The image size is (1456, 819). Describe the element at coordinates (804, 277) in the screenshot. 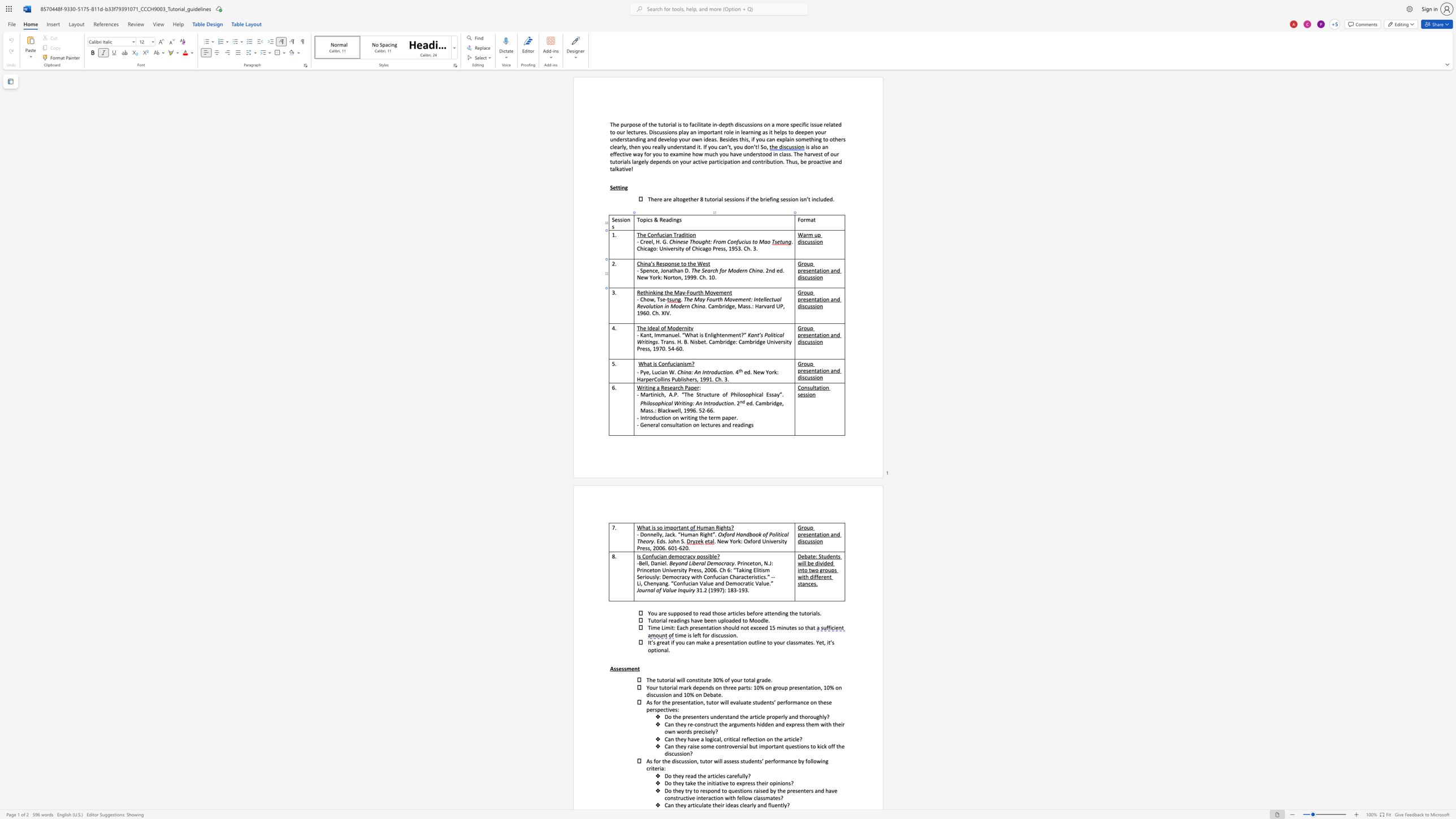

I see `the space between the continuous character "s" and "c" in the text` at that location.